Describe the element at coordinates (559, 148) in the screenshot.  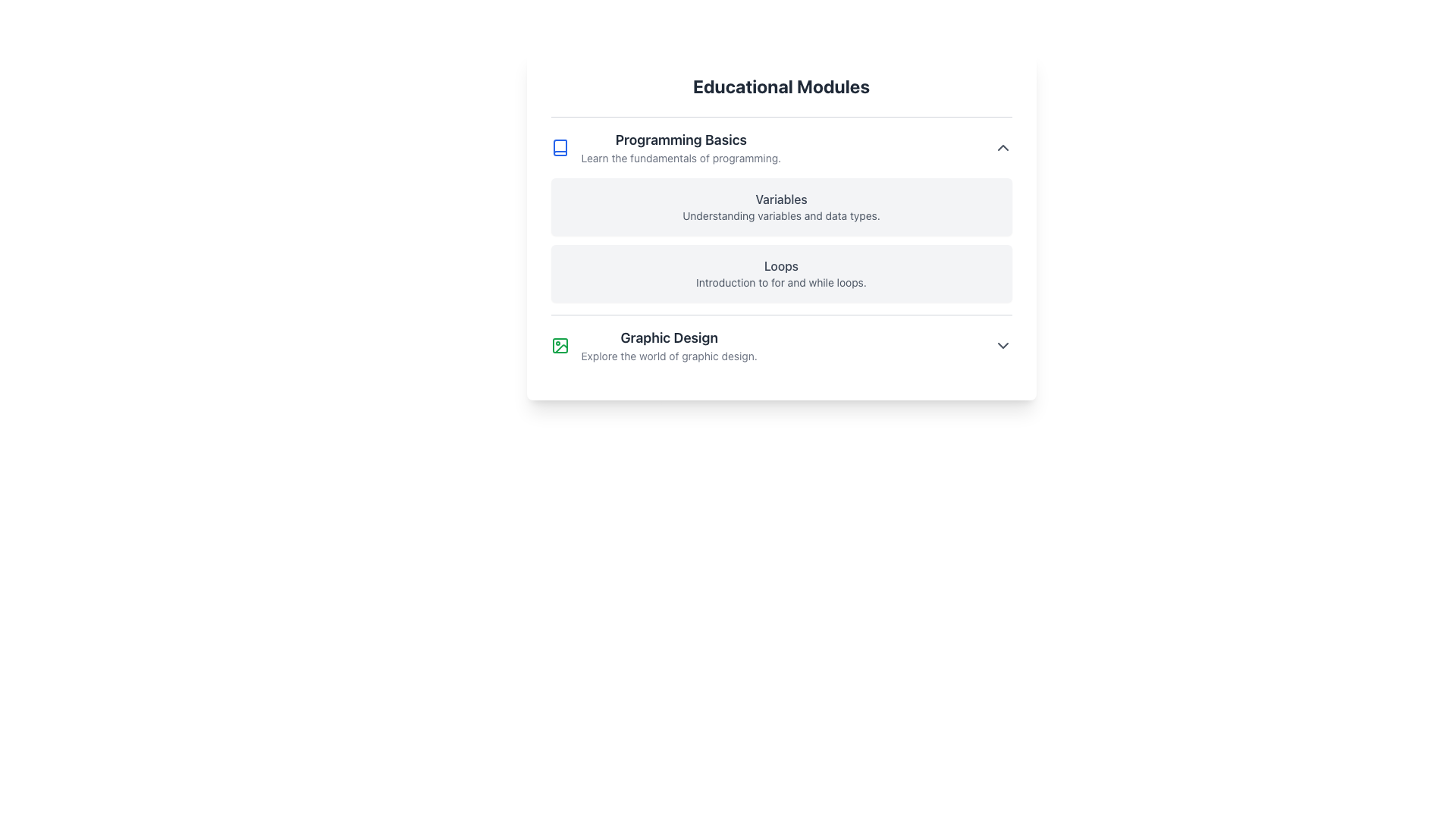
I see `the 'Programming Basics' module icon, which is located at the far left of its section and aligned with the header text` at that location.